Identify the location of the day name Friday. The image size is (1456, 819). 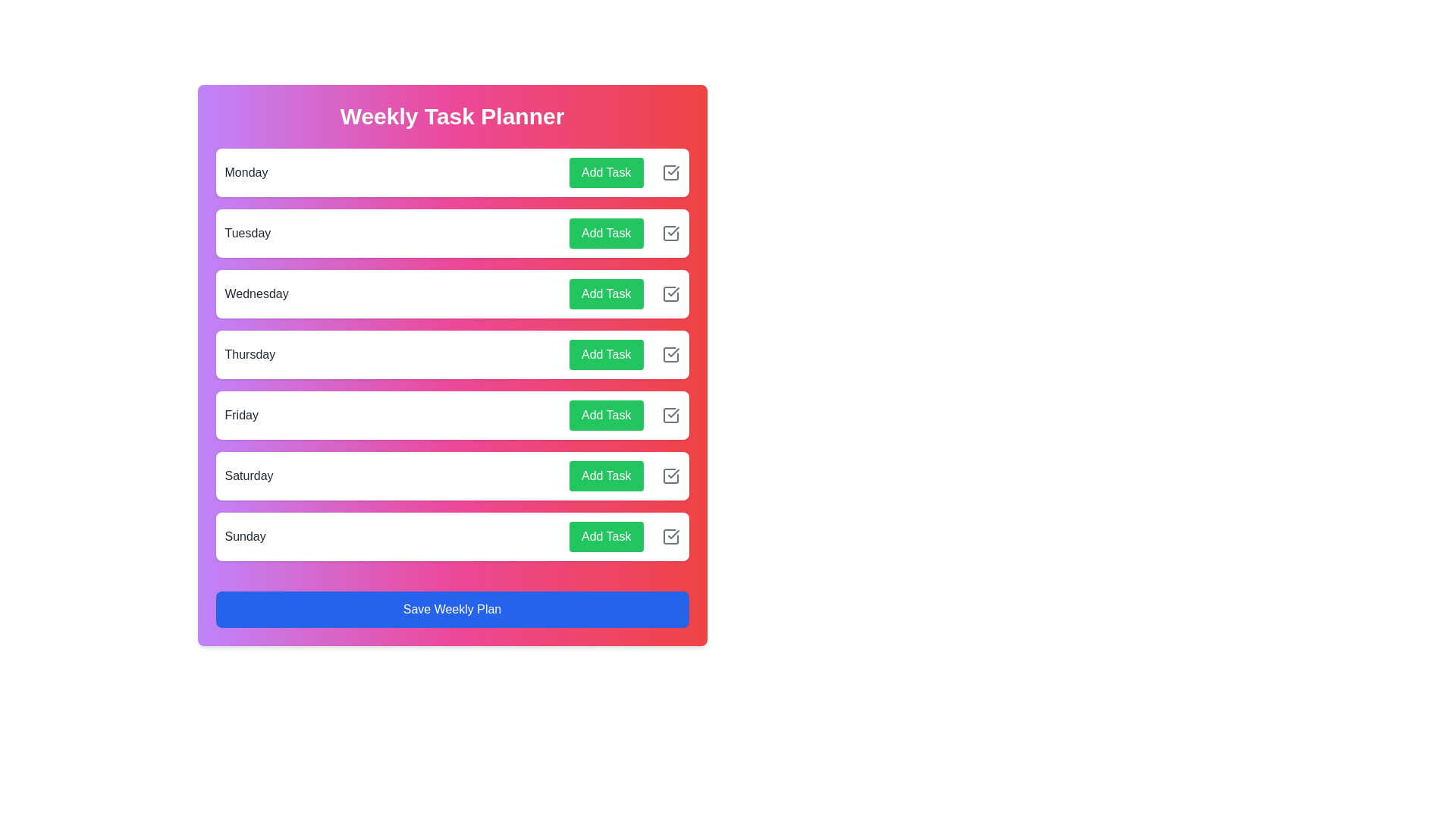
(240, 415).